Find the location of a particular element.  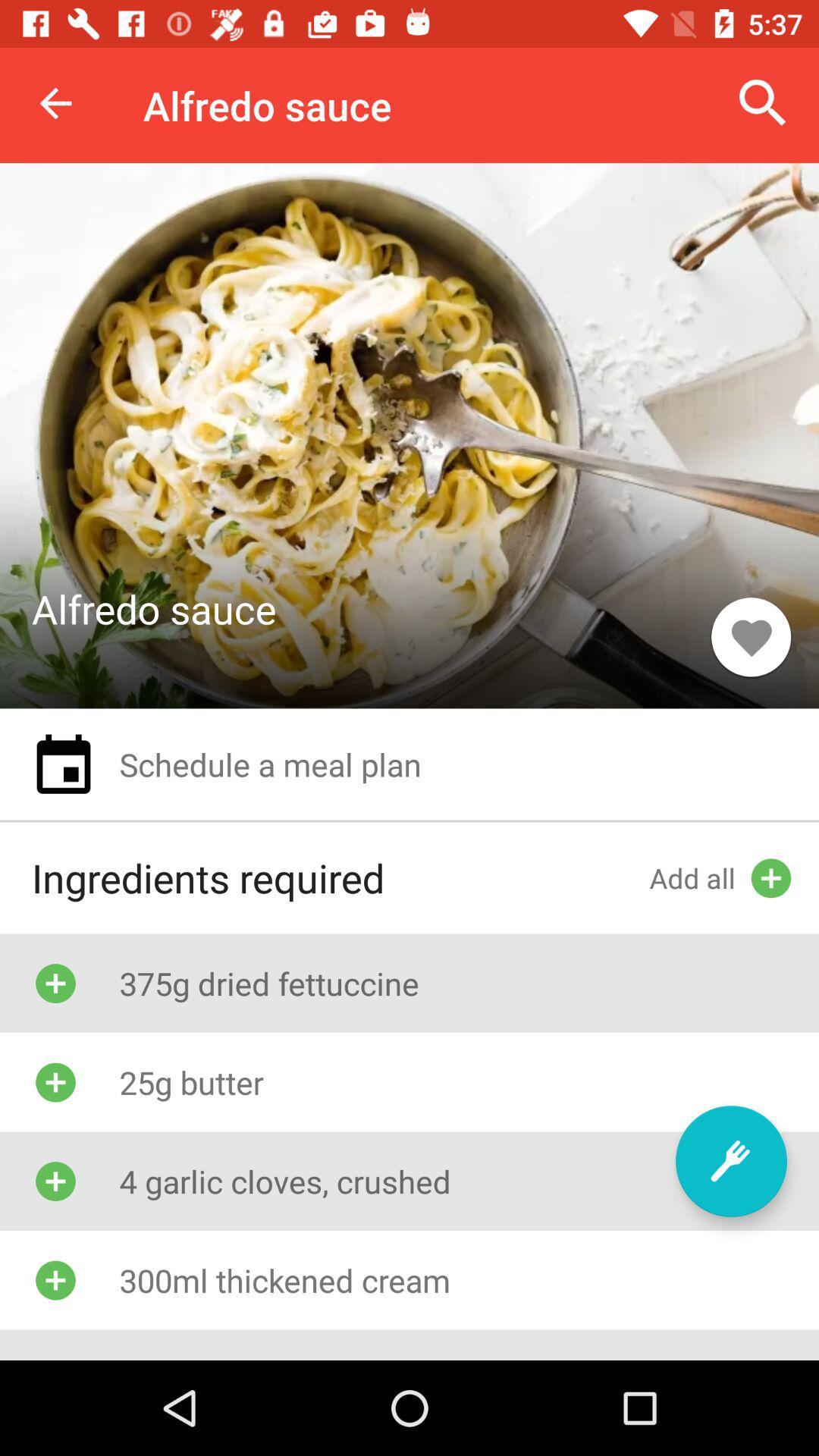

the edit icon is located at coordinates (730, 1160).